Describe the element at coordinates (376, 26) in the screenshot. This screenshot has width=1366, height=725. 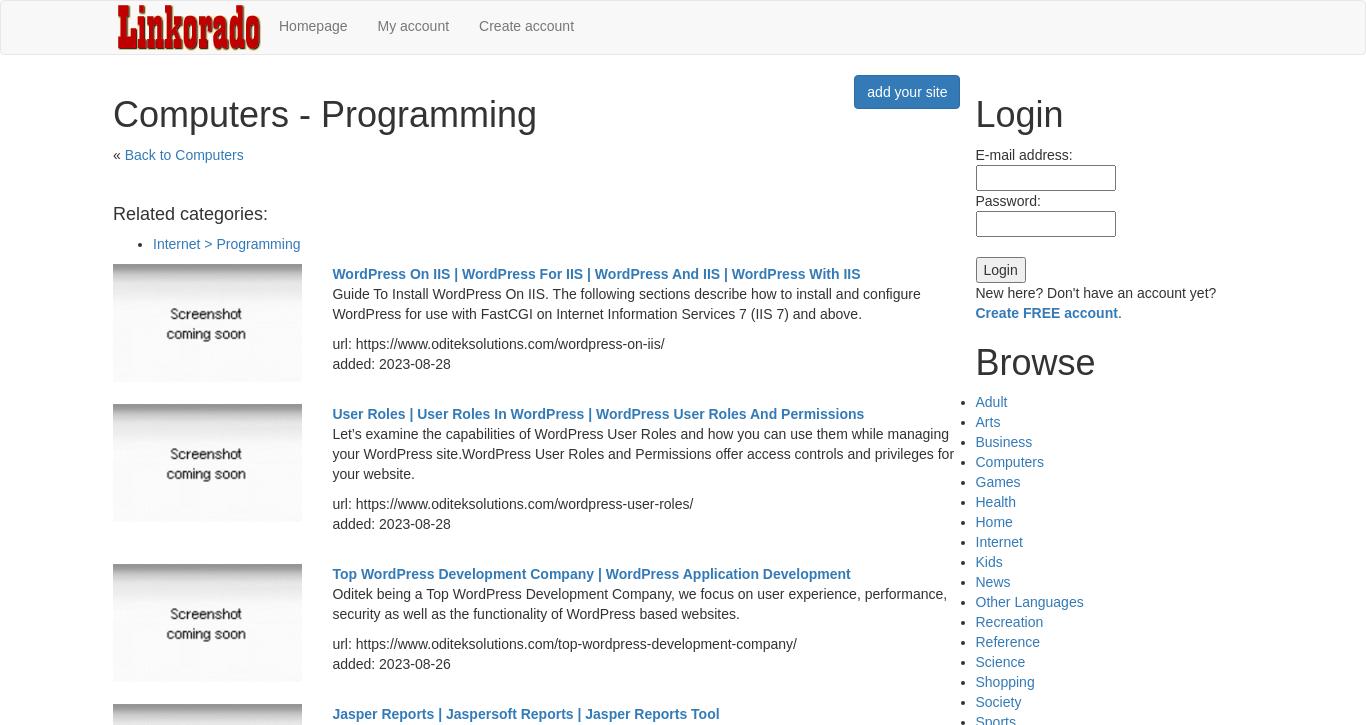
I see `'My account'` at that location.